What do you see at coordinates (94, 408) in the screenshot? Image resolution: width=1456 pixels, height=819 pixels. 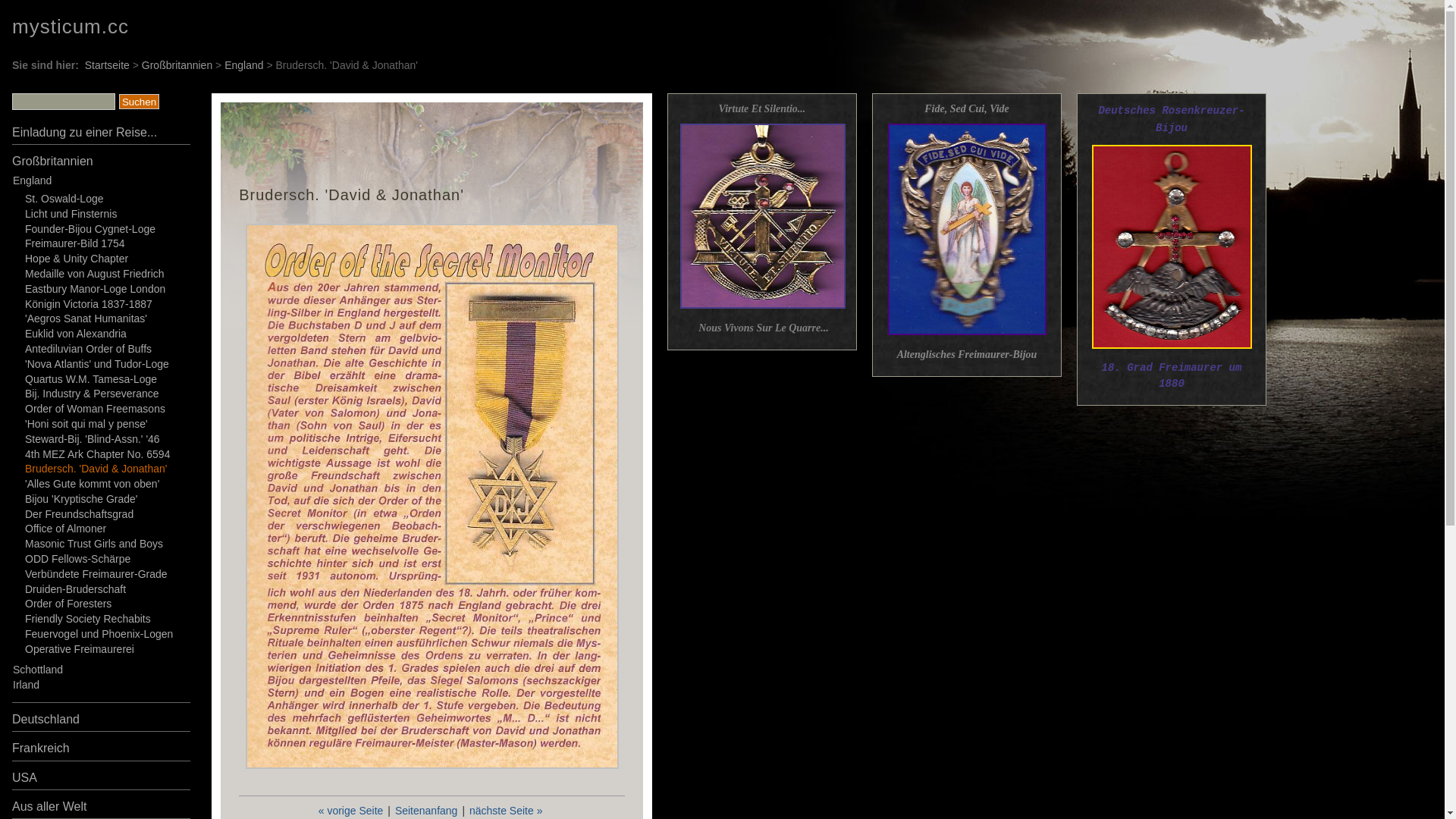 I see `'Order of Woman Freemasons'` at bounding box center [94, 408].